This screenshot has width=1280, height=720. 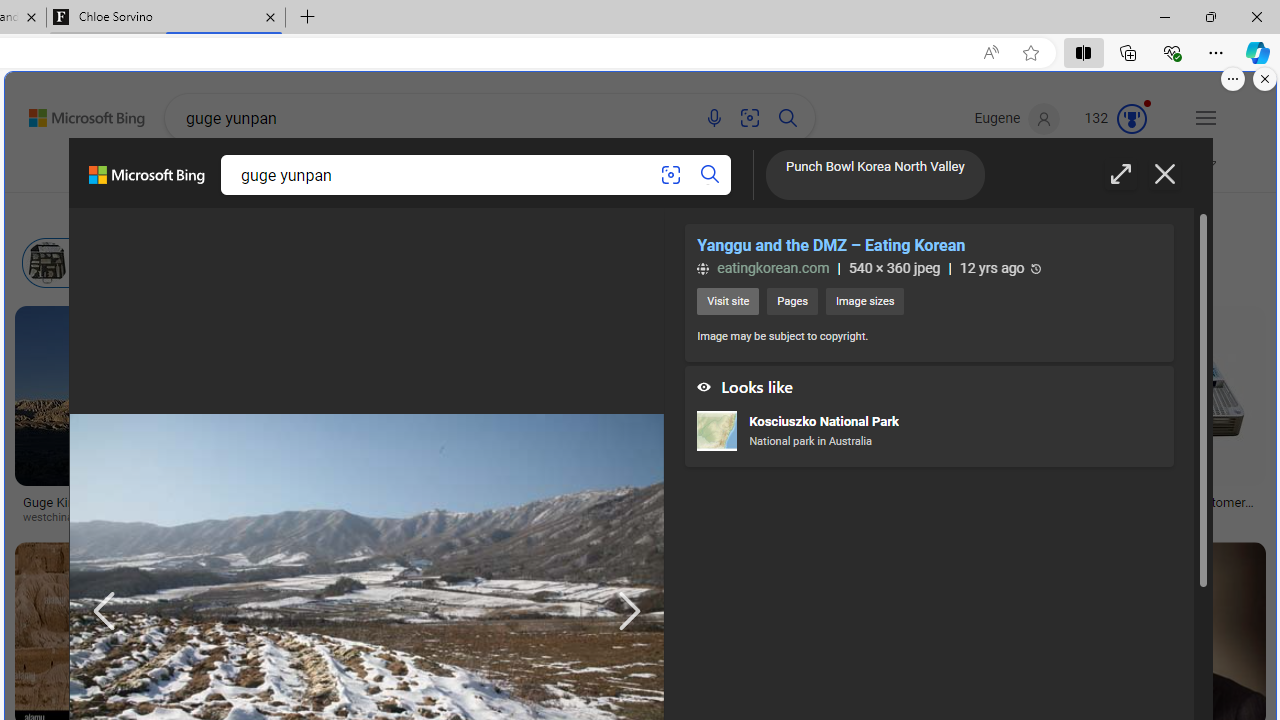 What do you see at coordinates (670, 174) in the screenshot?
I see `'Search using an image'` at bounding box center [670, 174].